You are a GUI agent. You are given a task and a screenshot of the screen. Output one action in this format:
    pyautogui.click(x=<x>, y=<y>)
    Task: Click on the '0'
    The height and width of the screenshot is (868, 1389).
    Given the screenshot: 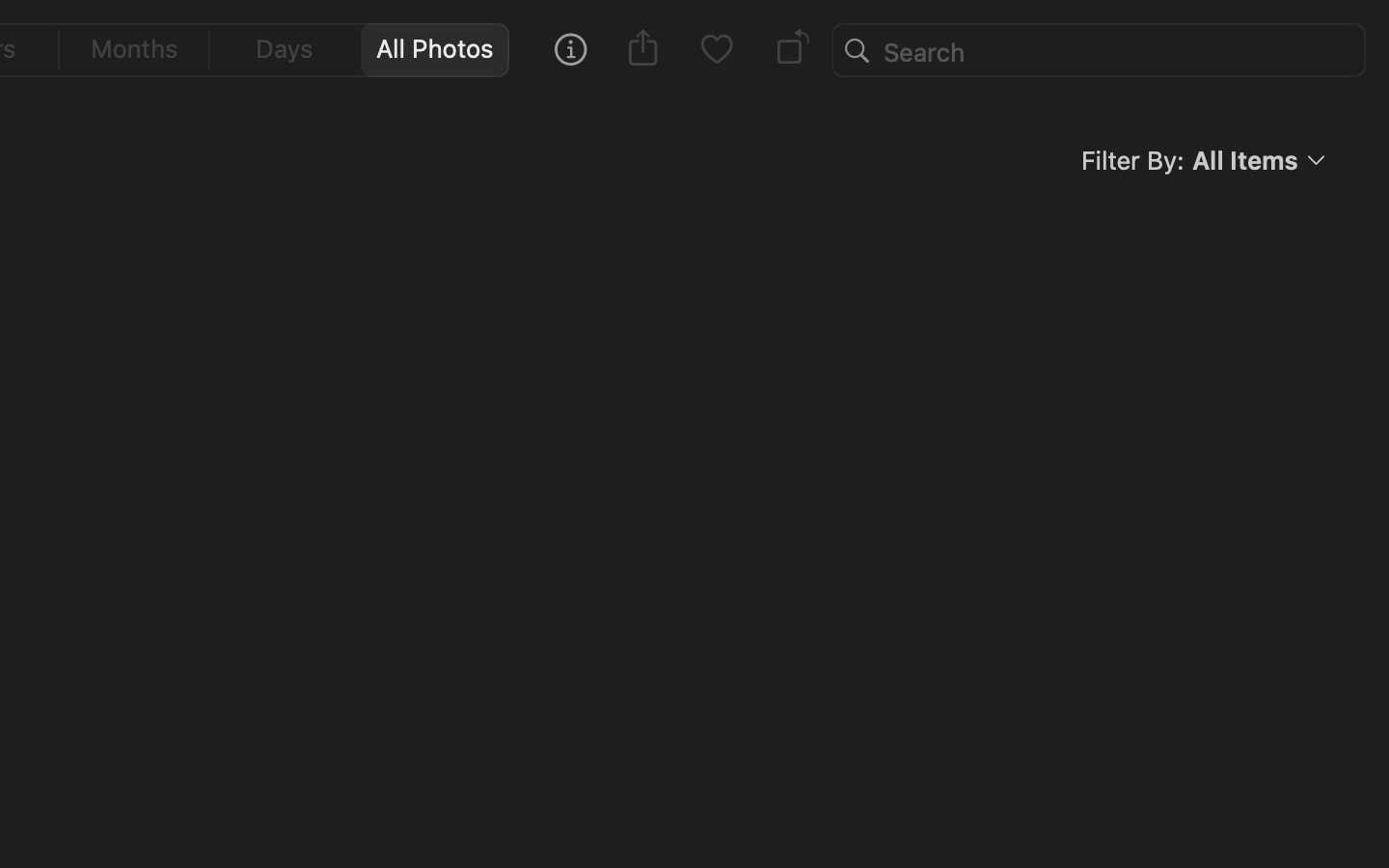 What is the action you would take?
    pyautogui.click(x=133, y=49)
    